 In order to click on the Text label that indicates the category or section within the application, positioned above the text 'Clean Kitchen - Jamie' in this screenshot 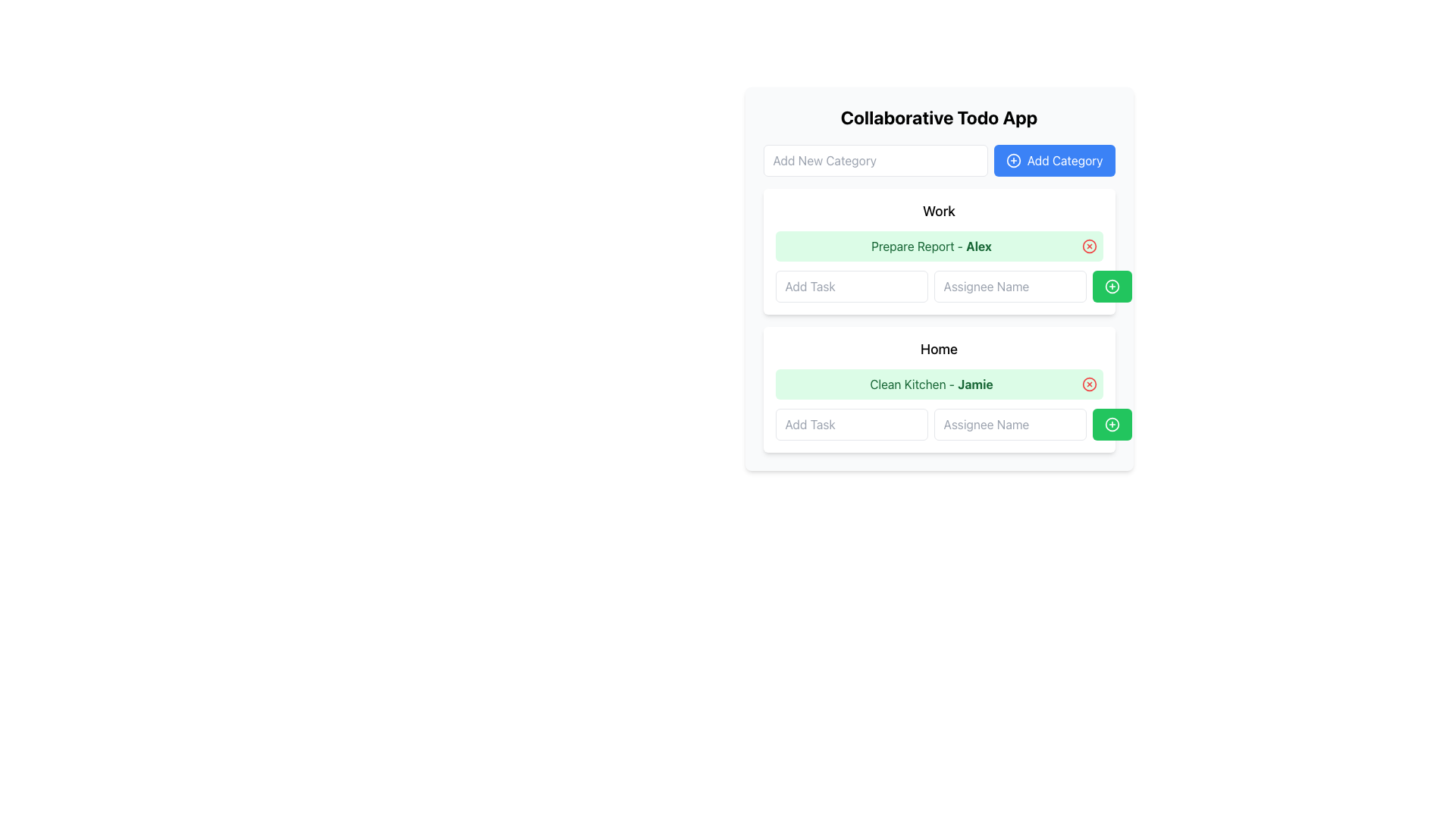, I will do `click(938, 350)`.